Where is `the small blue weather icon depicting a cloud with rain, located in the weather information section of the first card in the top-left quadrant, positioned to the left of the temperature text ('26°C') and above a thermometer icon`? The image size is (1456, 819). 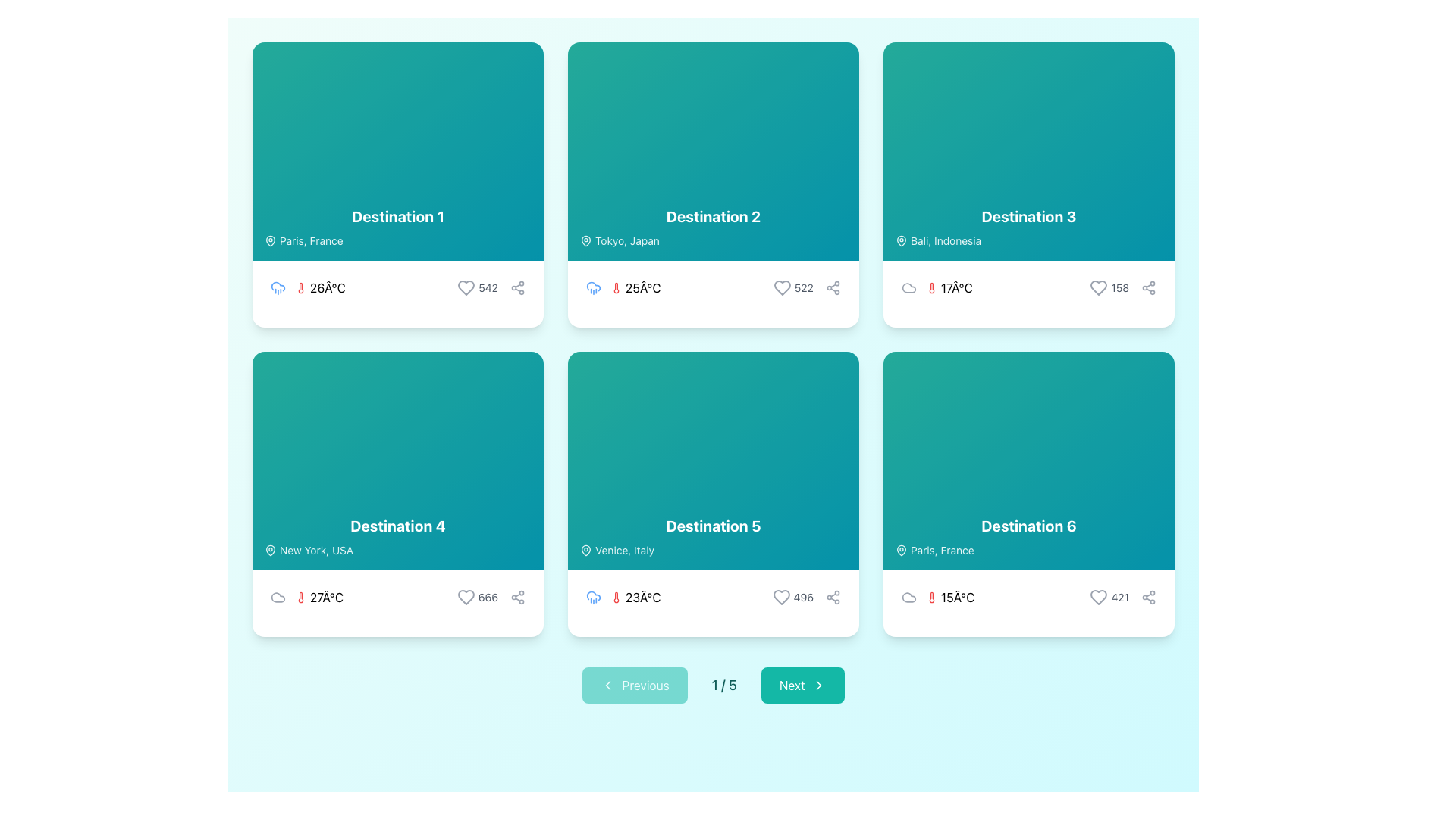 the small blue weather icon depicting a cloud with rain, located in the weather information section of the first card in the top-left quadrant, positioned to the left of the temperature text ('26°C') and above a thermometer icon is located at coordinates (278, 288).